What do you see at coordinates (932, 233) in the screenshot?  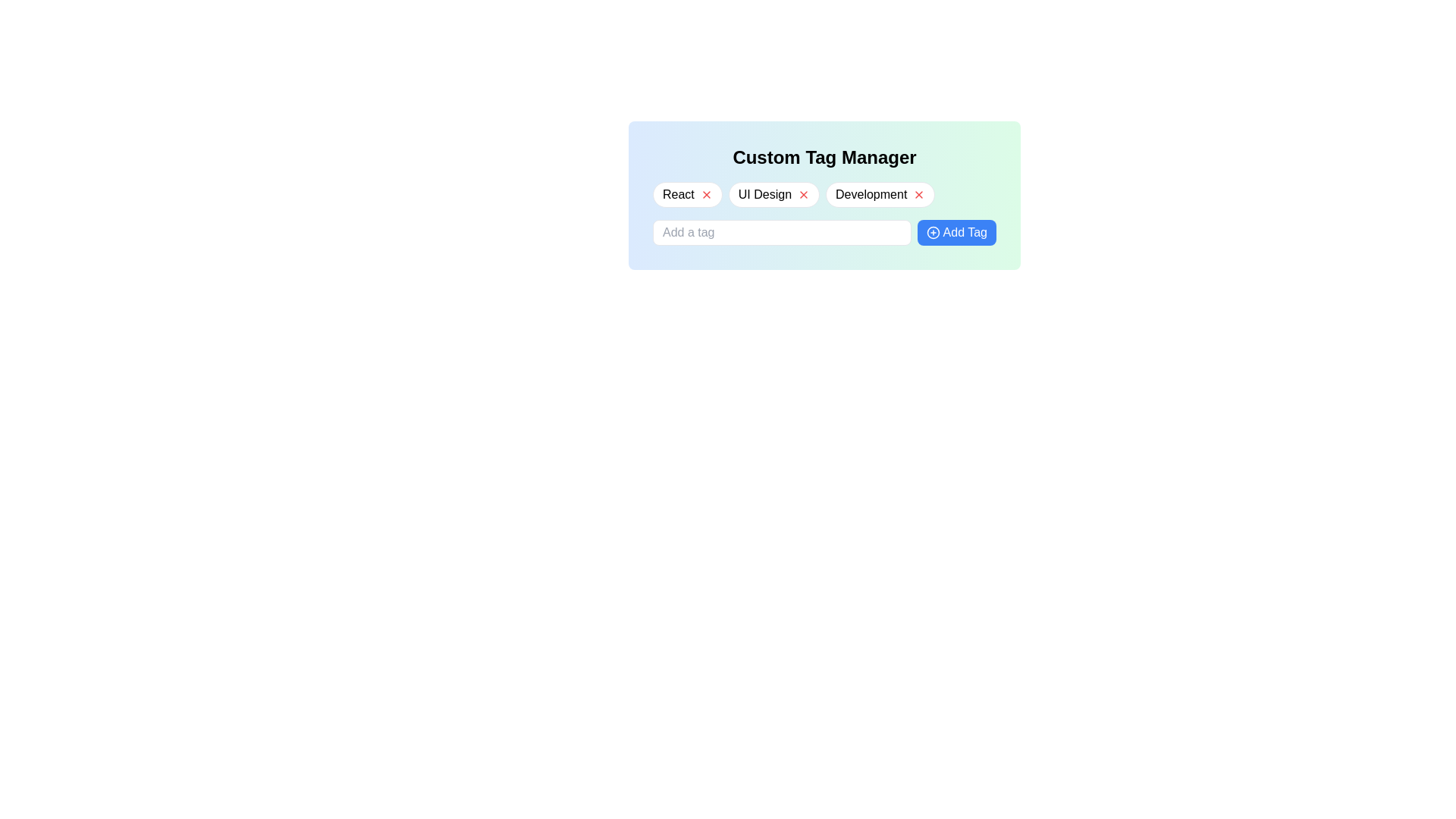 I see `the graphical decorative circle element that is part of the 'Add Tag' button located in the top-right section of the tag management interface` at bounding box center [932, 233].